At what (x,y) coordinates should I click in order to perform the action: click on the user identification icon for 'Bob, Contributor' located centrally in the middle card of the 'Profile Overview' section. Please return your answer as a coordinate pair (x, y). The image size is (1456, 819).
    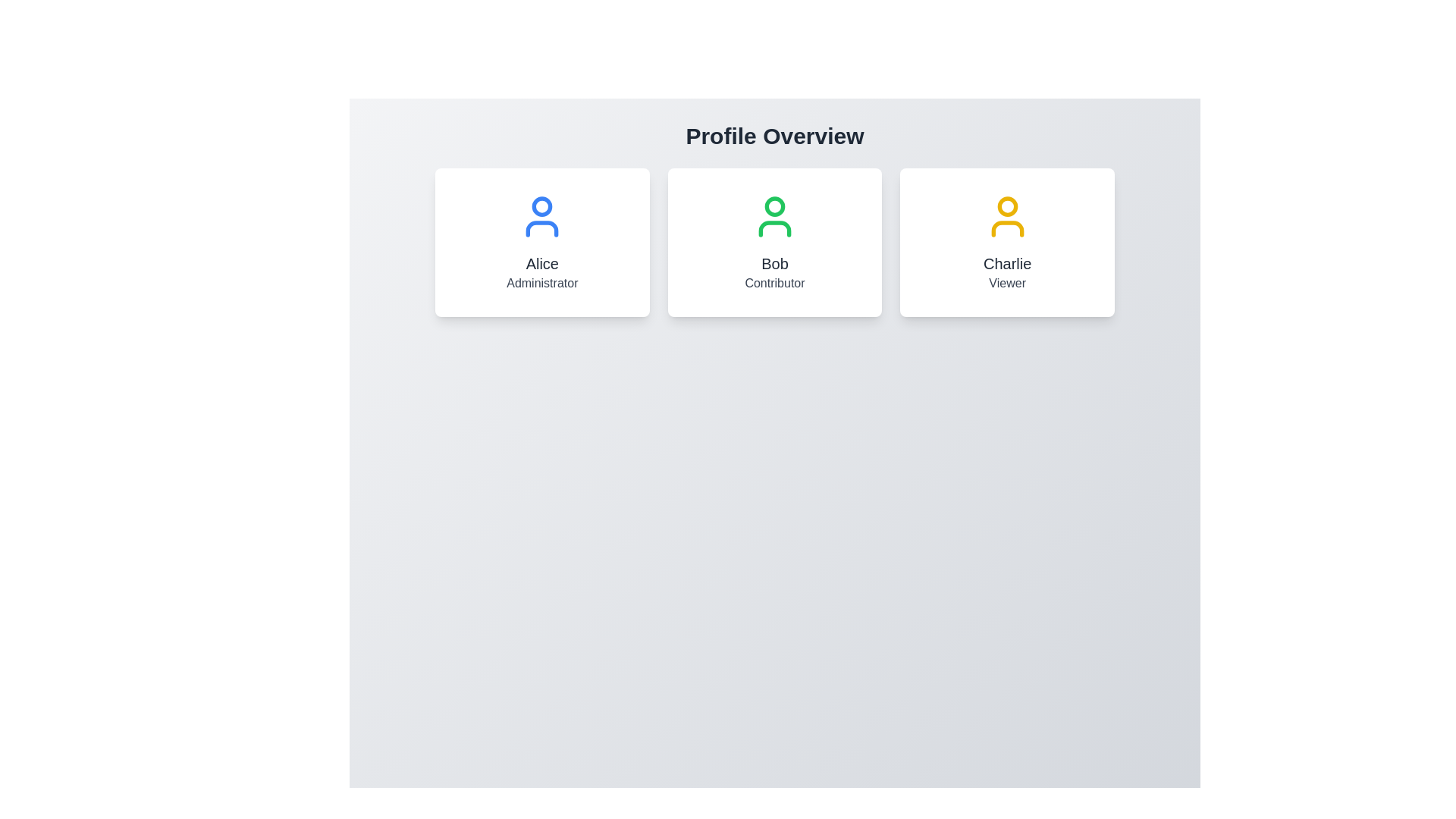
    Looking at the image, I should click on (775, 216).